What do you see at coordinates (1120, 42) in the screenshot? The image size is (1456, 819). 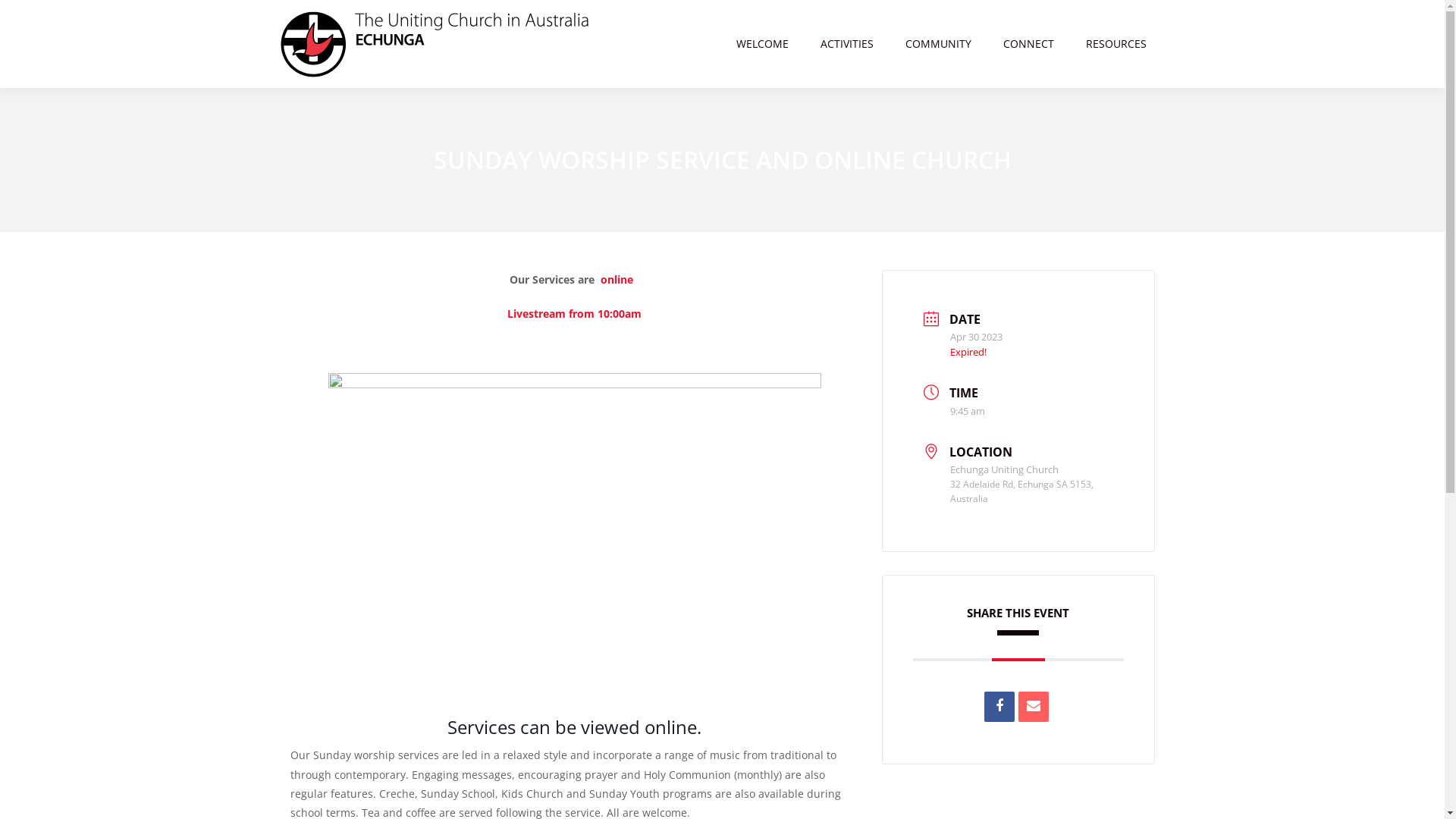 I see `'RESOURCES'` at bounding box center [1120, 42].